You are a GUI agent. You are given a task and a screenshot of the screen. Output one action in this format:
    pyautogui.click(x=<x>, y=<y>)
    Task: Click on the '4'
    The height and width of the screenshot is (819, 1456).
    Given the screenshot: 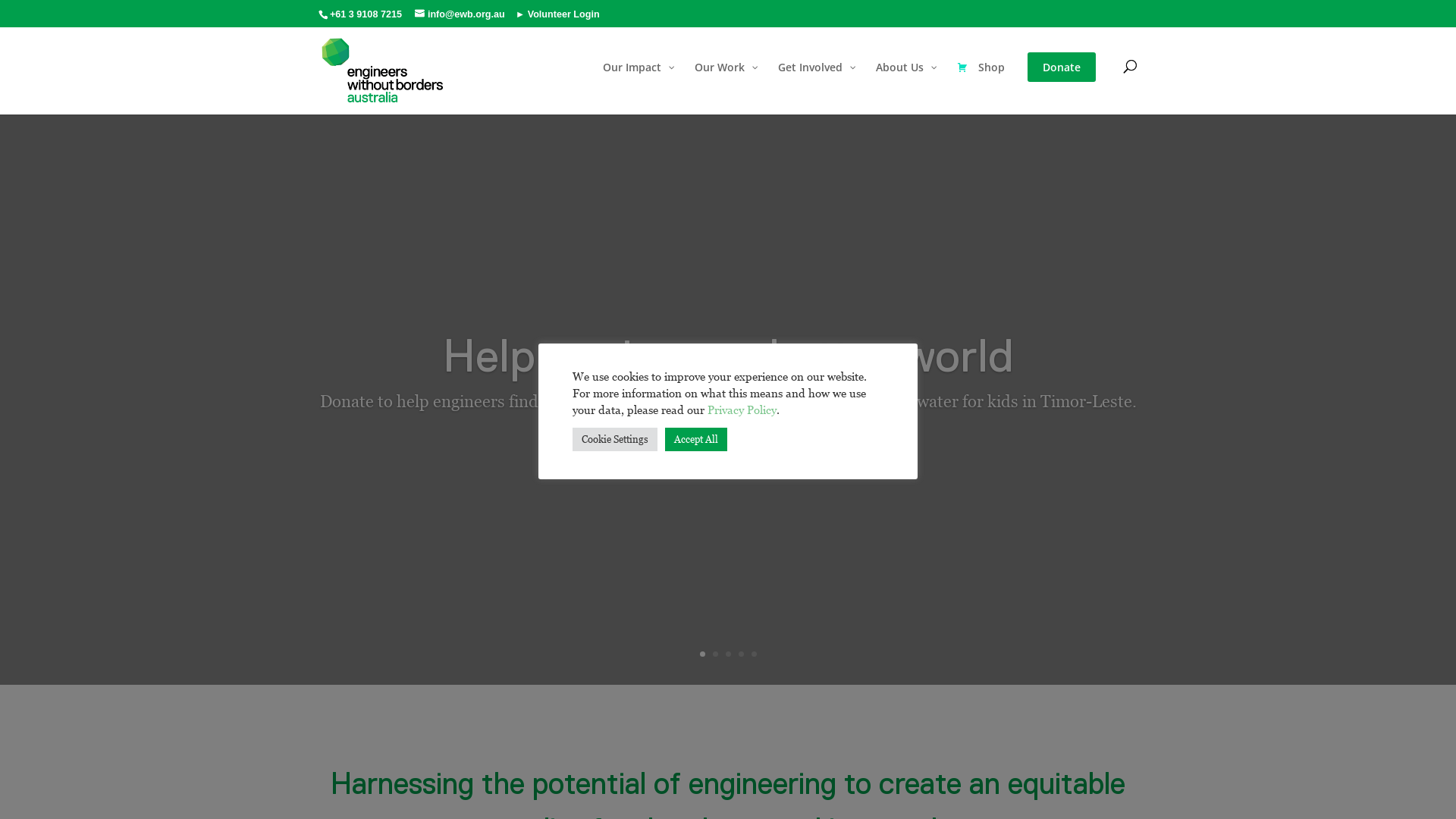 What is the action you would take?
    pyautogui.click(x=739, y=653)
    